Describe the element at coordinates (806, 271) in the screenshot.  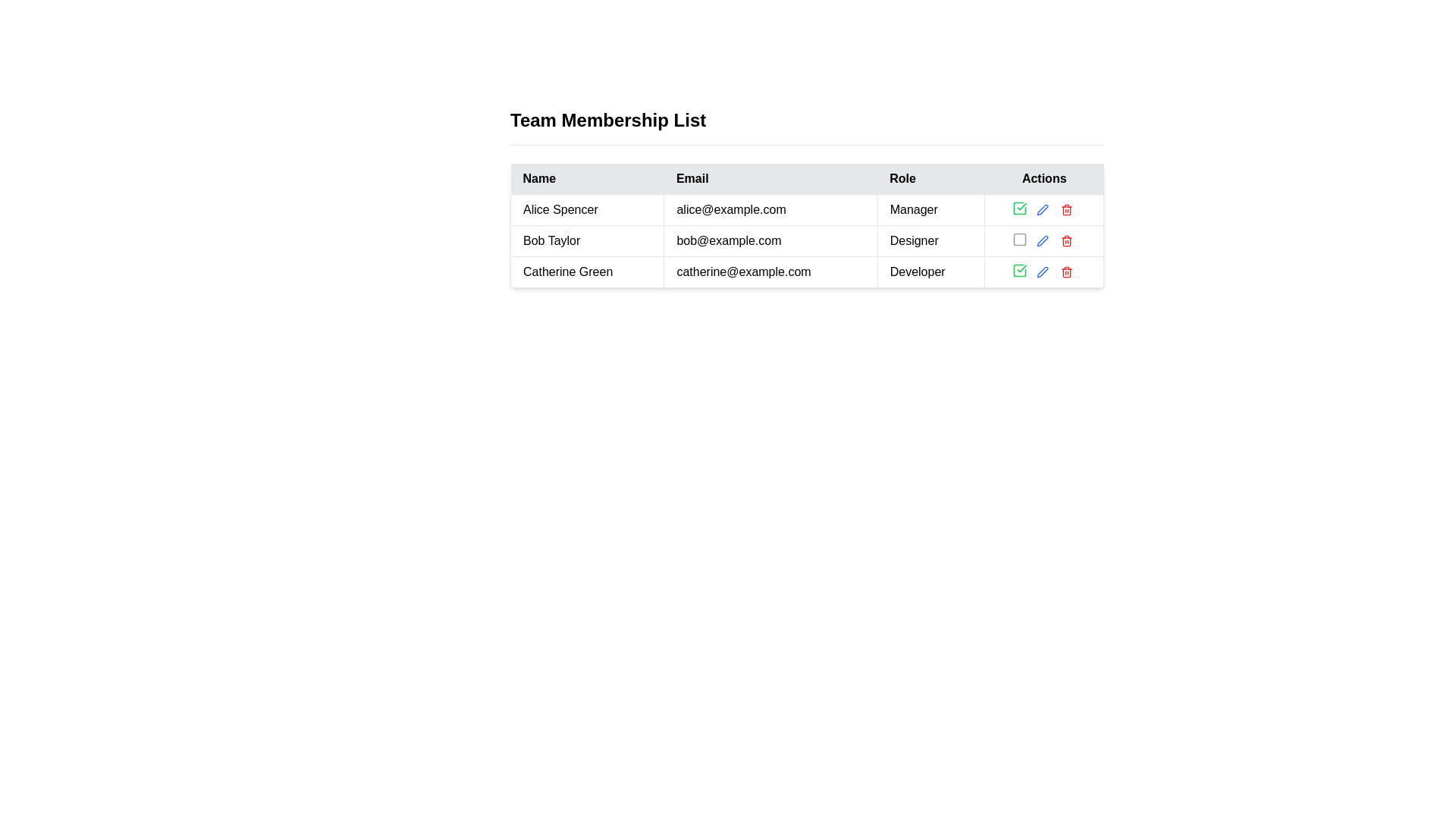
I see `the third row in the 'Team Membership List' table containing the entry for 'Catherine Green'` at that location.